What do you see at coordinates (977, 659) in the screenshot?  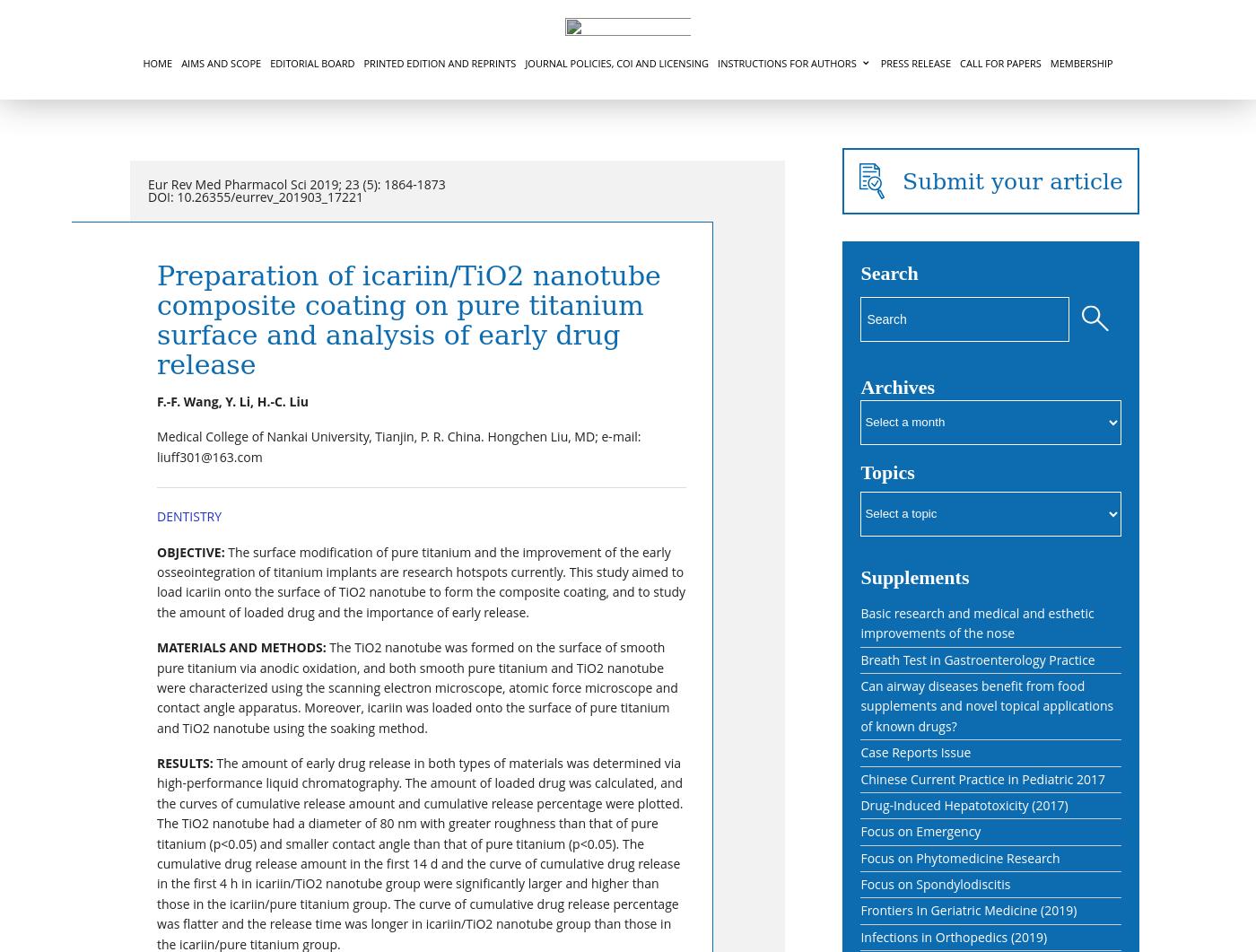 I see `'Breath Test in Gastroenterology Practice'` at bounding box center [977, 659].